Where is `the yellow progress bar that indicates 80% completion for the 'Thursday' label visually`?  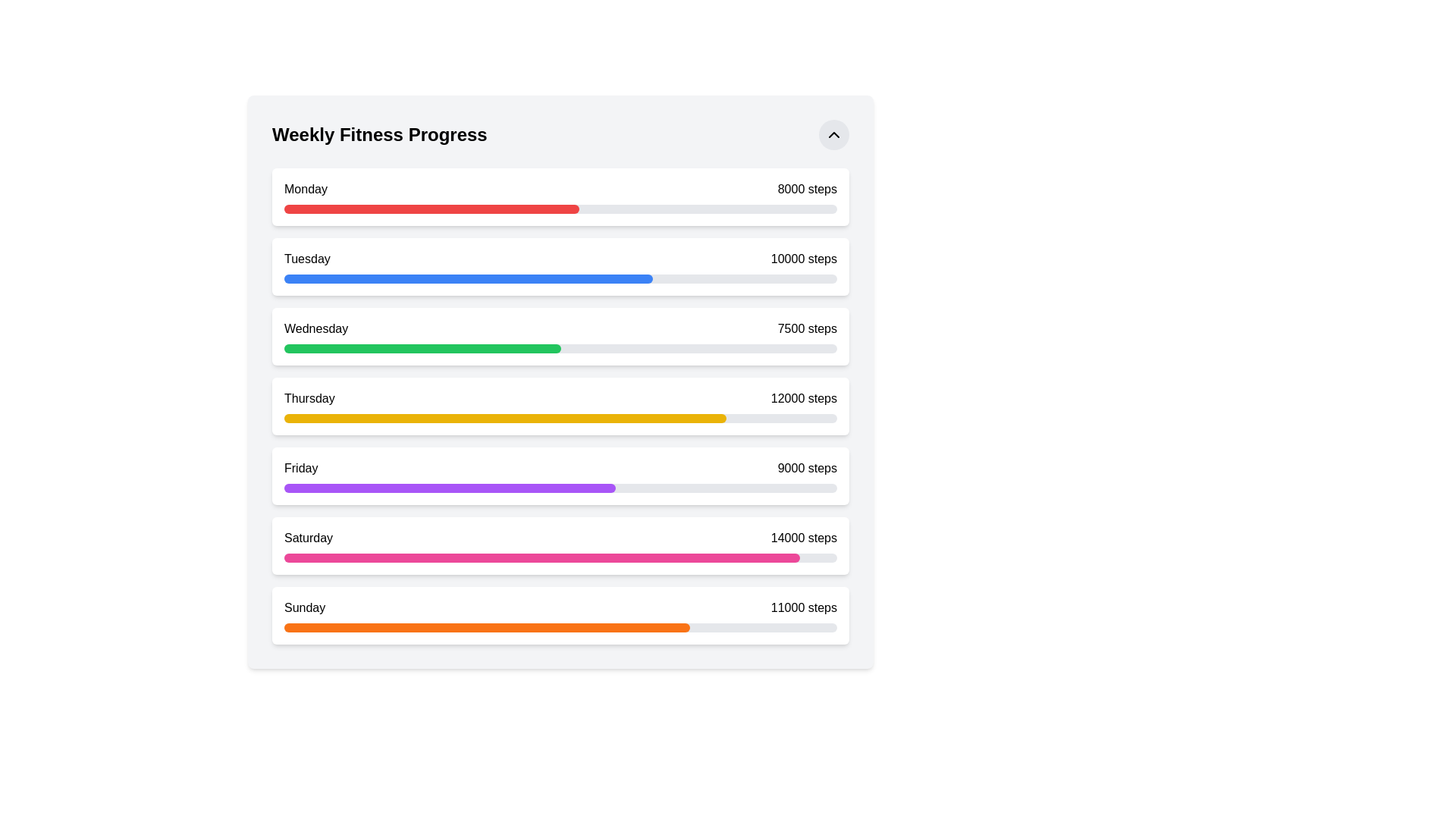
the yellow progress bar that indicates 80% completion for the 'Thursday' label visually is located at coordinates (505, 418).